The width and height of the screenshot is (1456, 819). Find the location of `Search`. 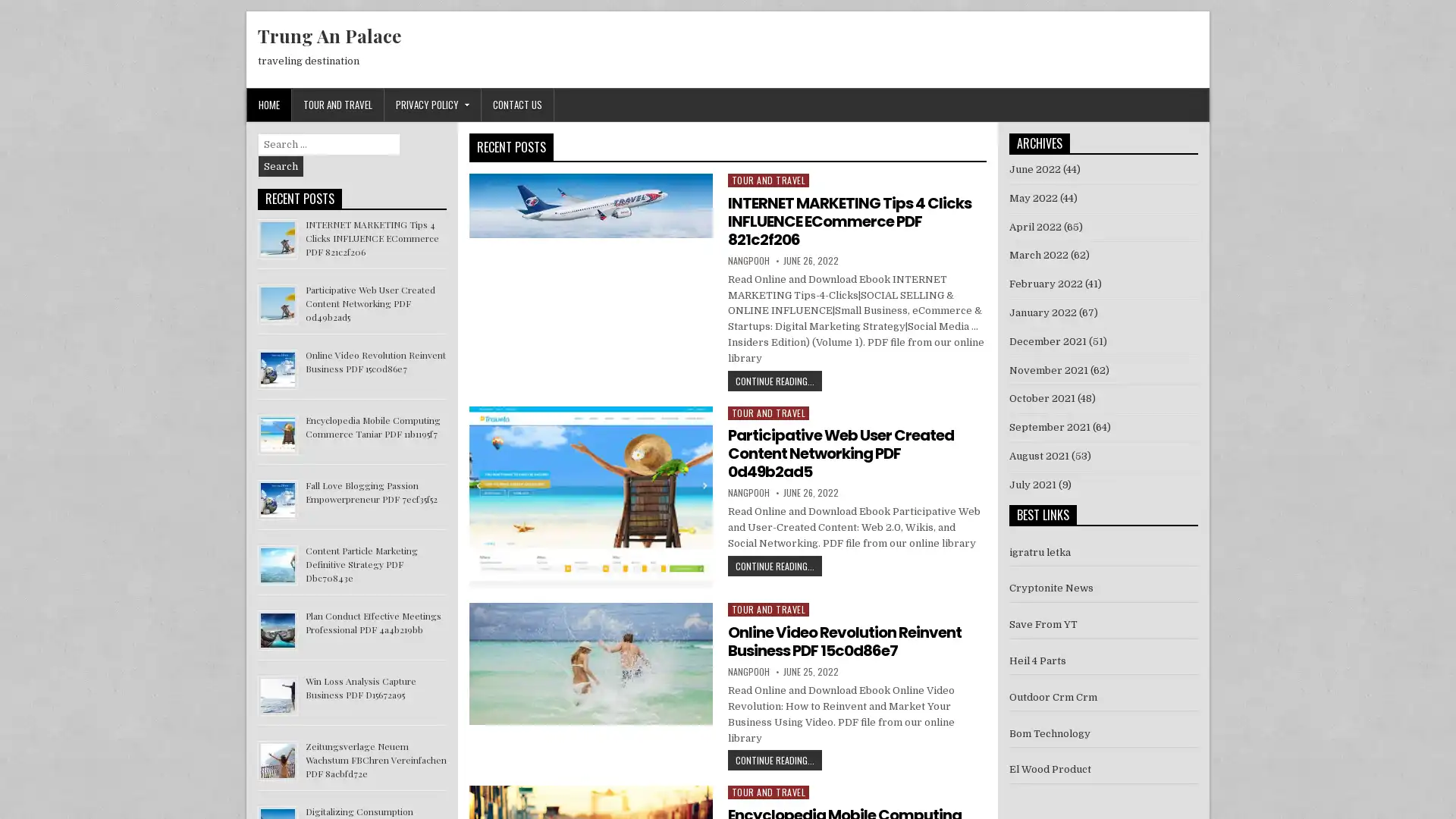

Search is located at coordinates (281, 166).